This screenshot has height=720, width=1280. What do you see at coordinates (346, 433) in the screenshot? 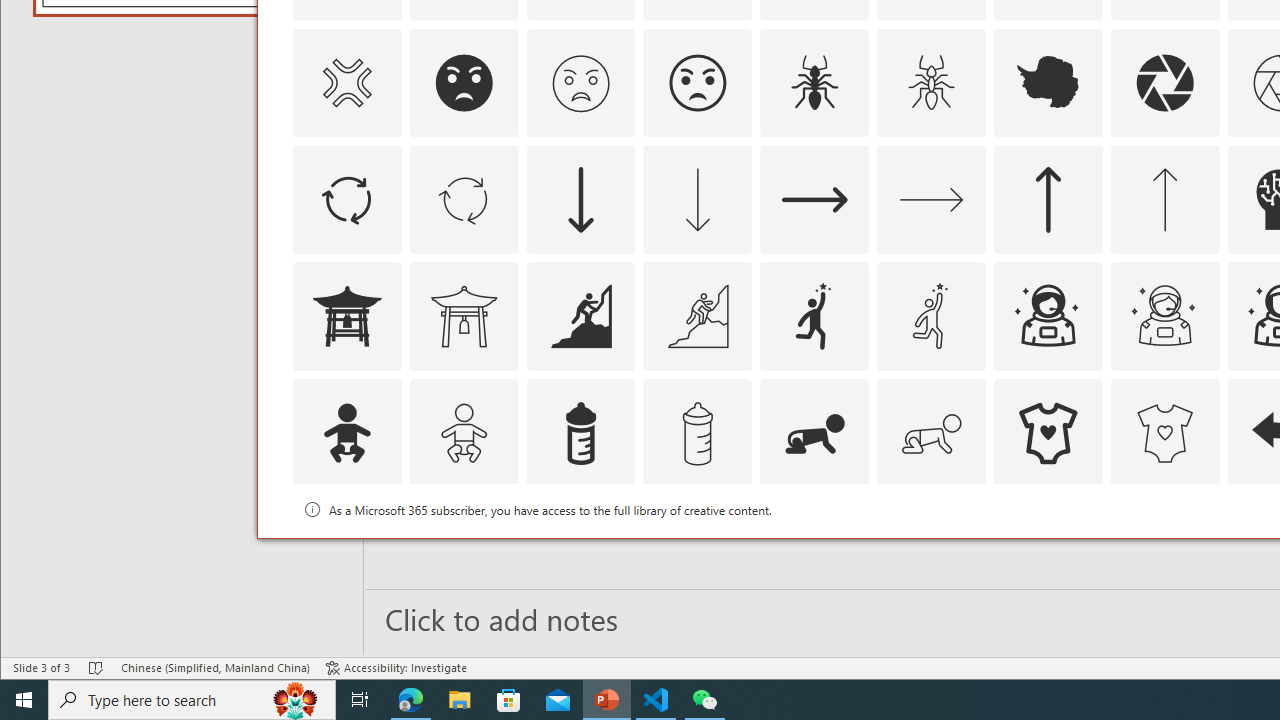
I see `'AutomationID: Icons_Baby'` at bounding box center [346, 433].